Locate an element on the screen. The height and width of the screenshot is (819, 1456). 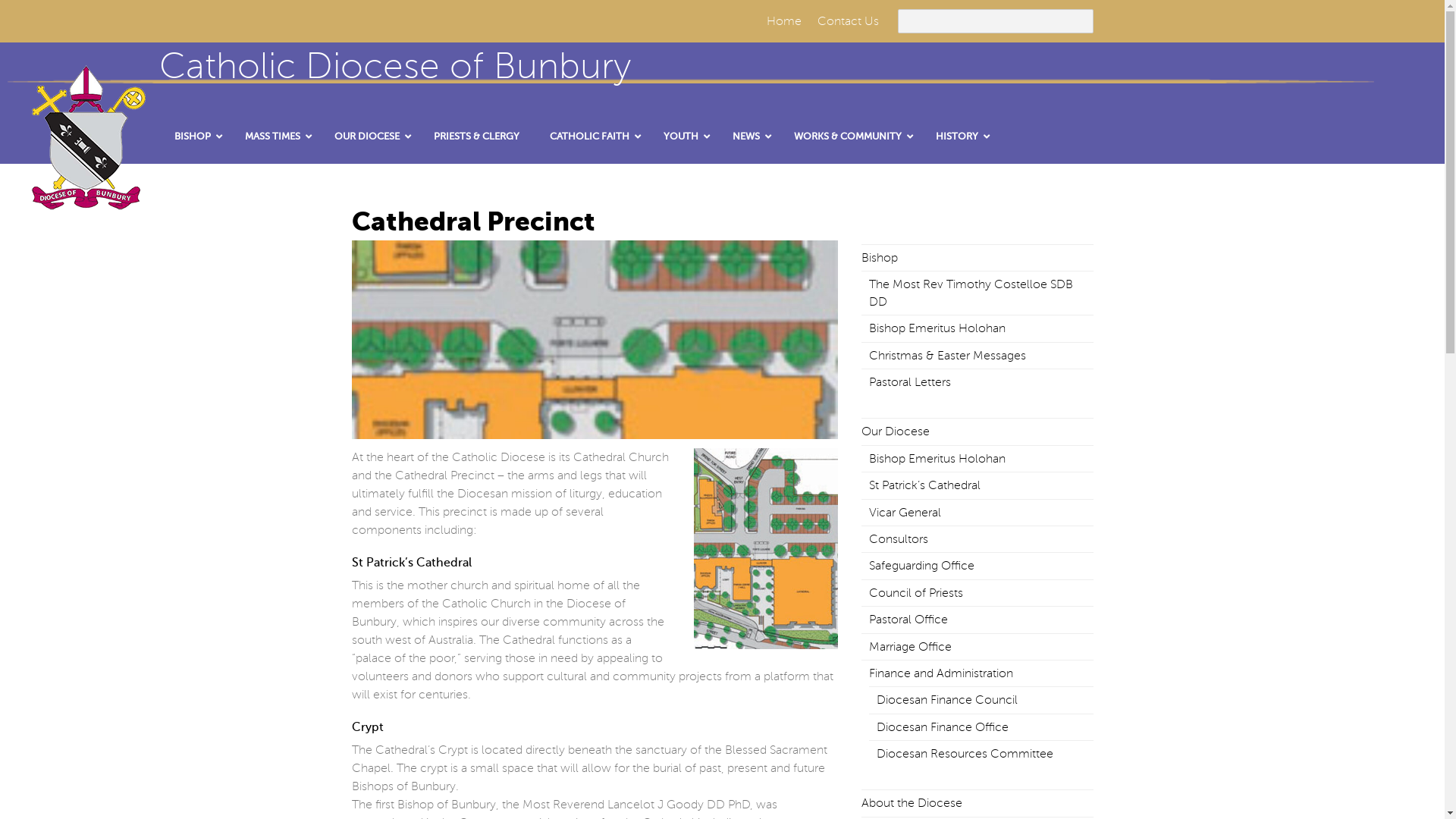
'BISHOP' is located at coordinates (193, 135).